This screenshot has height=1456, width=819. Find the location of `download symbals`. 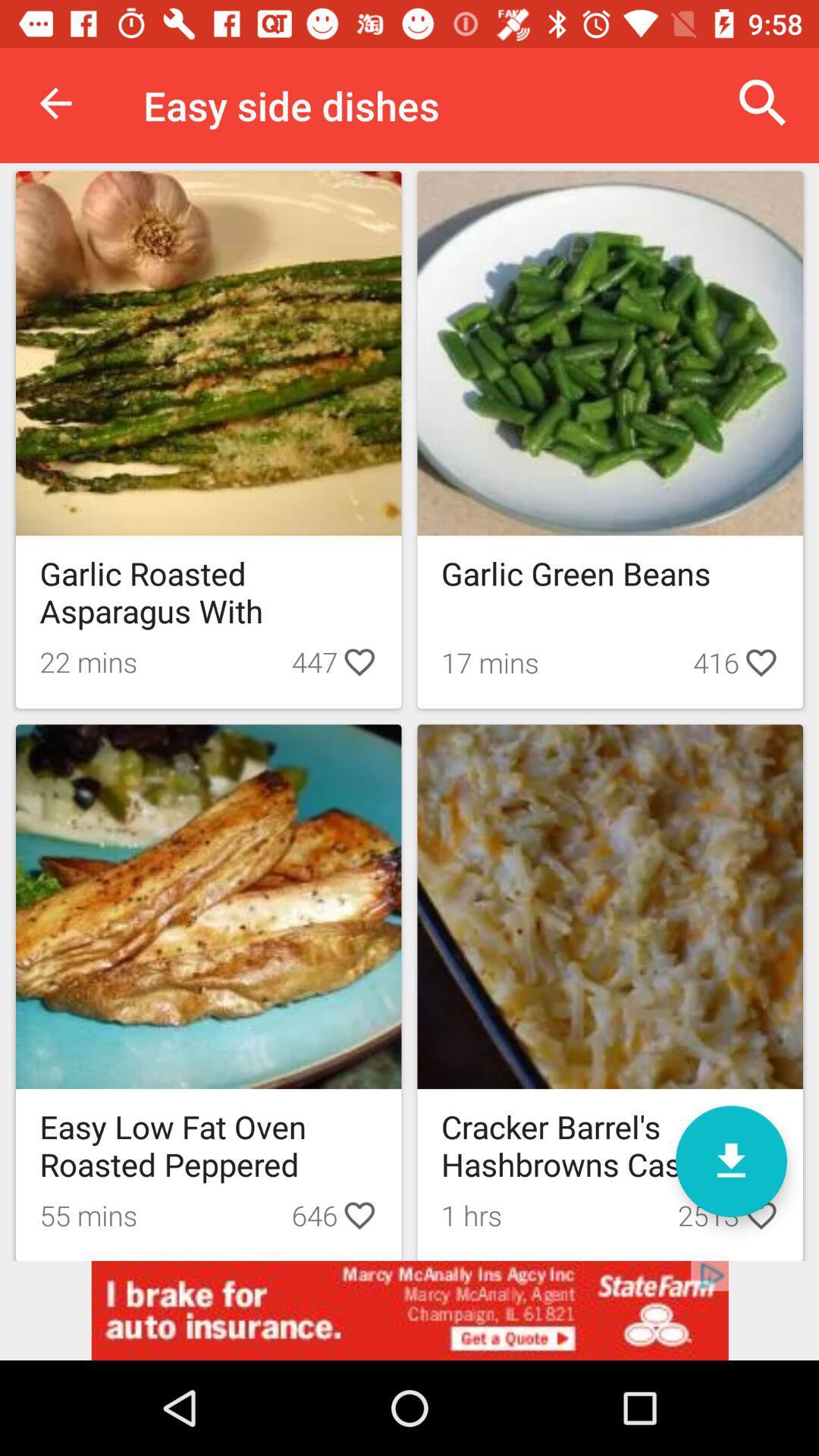

download symbals is located at coordinates (730, 1160).